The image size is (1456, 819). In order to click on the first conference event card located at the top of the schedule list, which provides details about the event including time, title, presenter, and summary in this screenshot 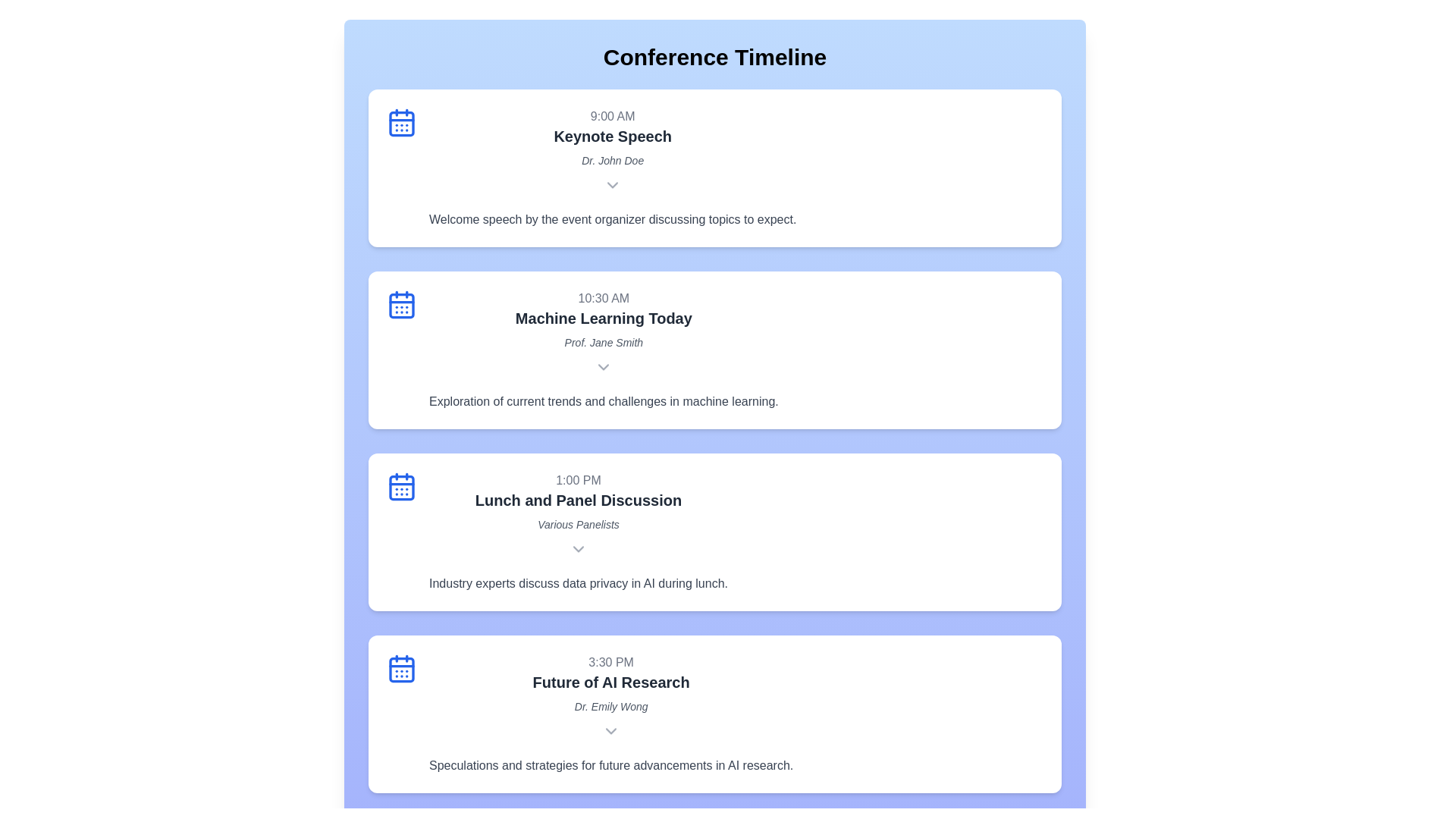, I will do `click(612, 168)`.